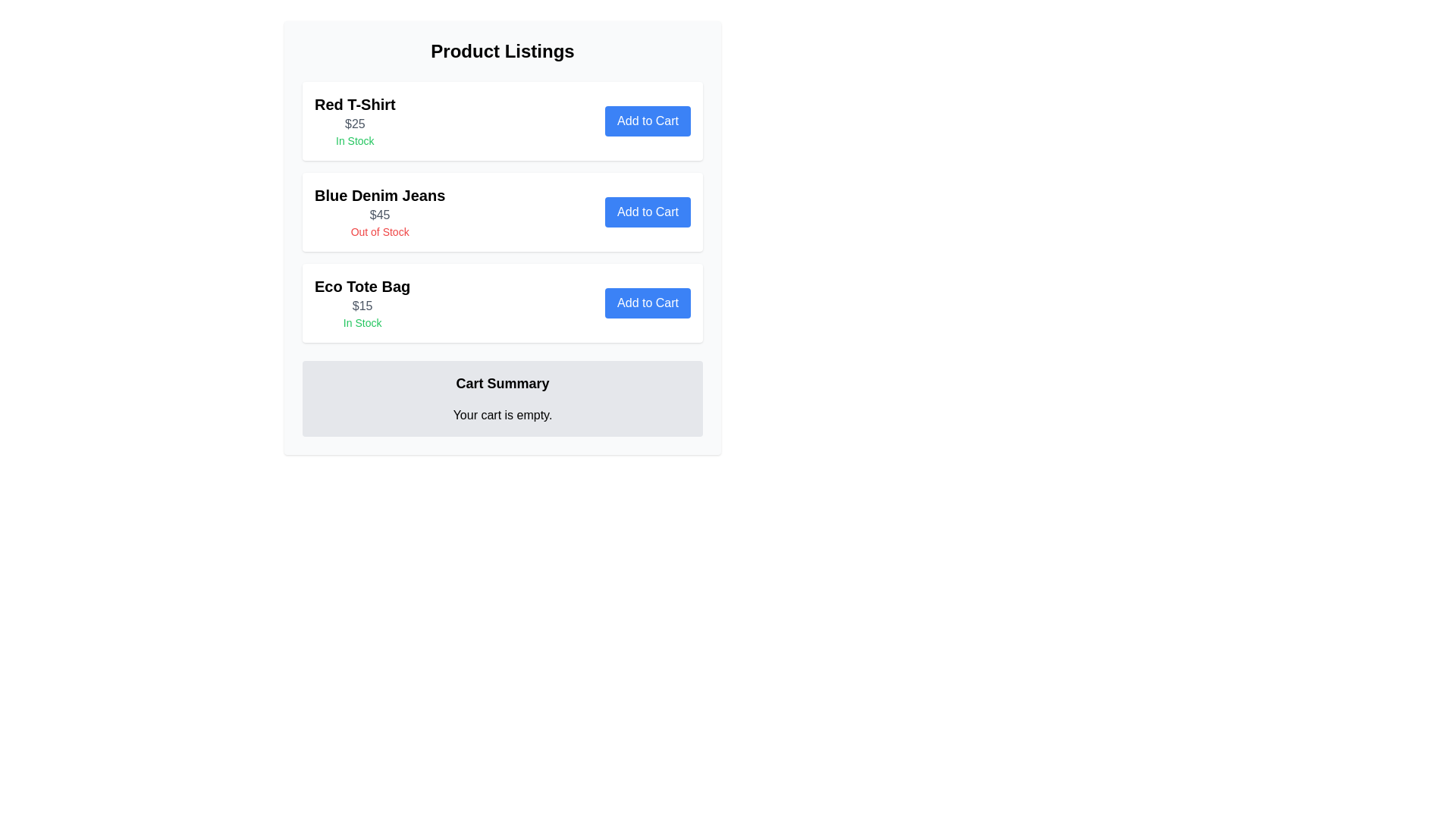 Image resolution: width=1456 pixels, height=819 pixels. Describe the element at coordinates (380, 231) in the screenshot. I see `text of the availability status label located under the price label '$45' for the 'Blue Denim Jeans' product tile, which indicates that the product is not currently available for purchase` at that location.